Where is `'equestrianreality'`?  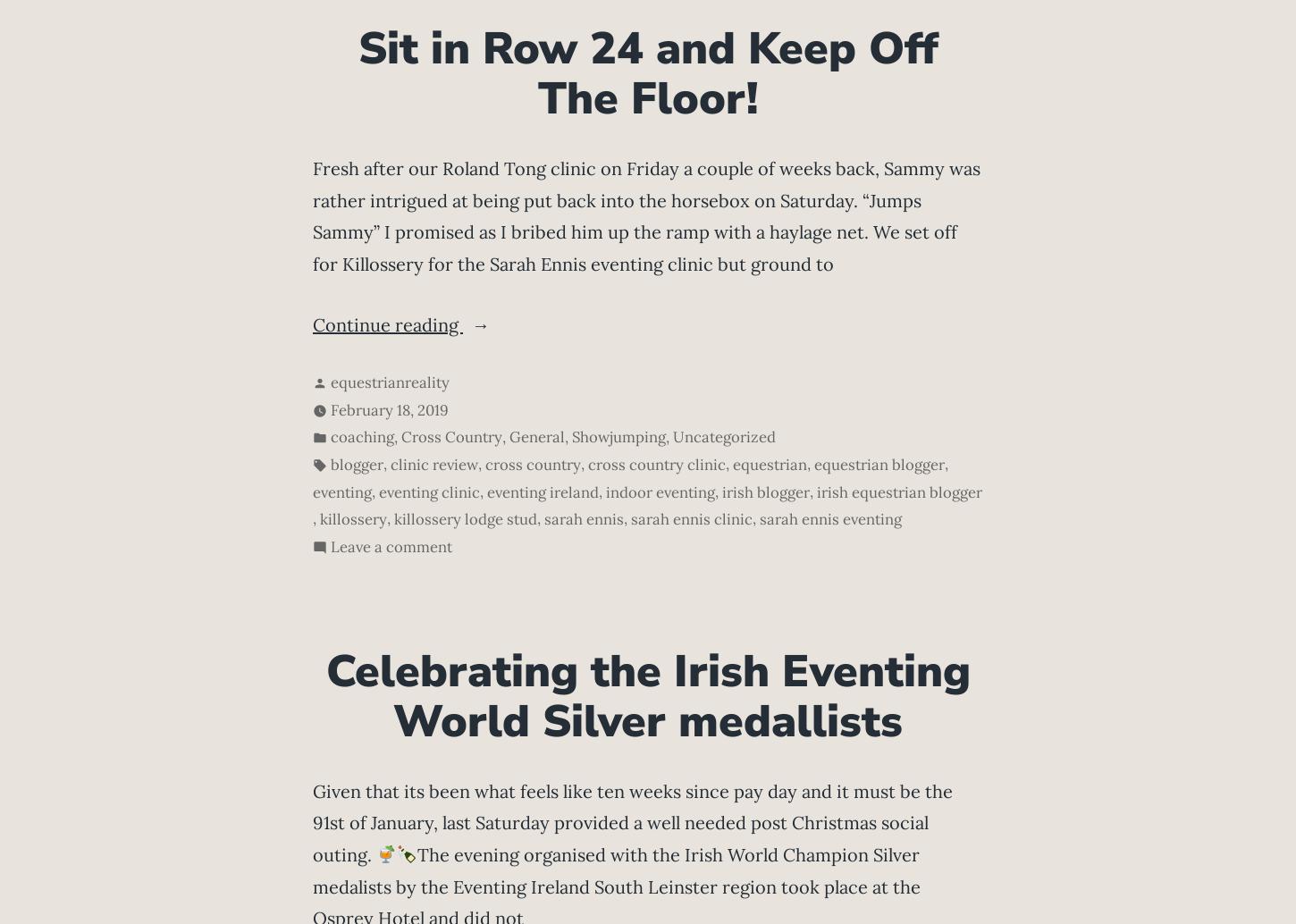
'equestrianreality' is located at coordinates (389, 381).